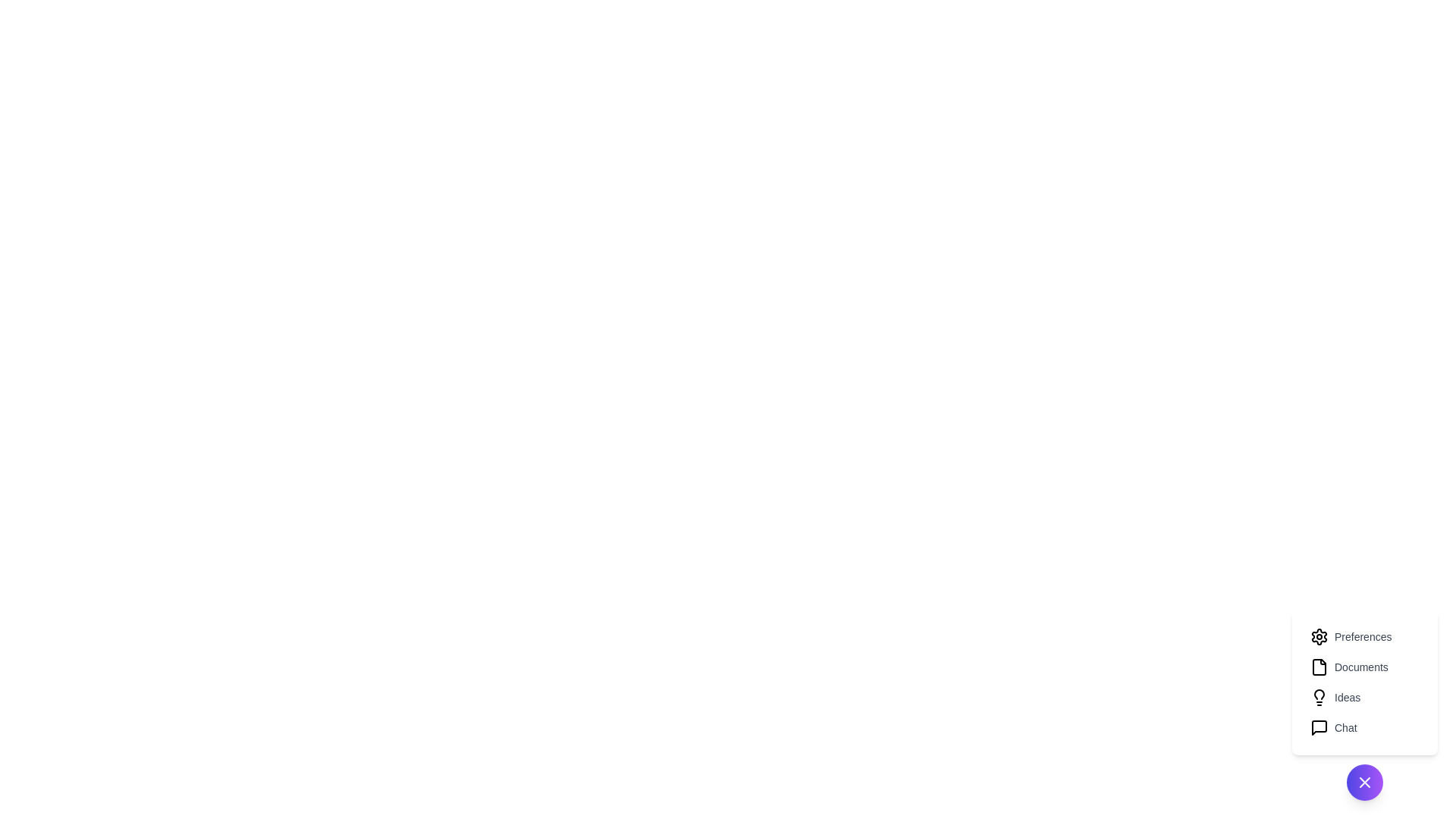  I want to click on floating action button to toggle the speed dial menu, so click(1365, 783).